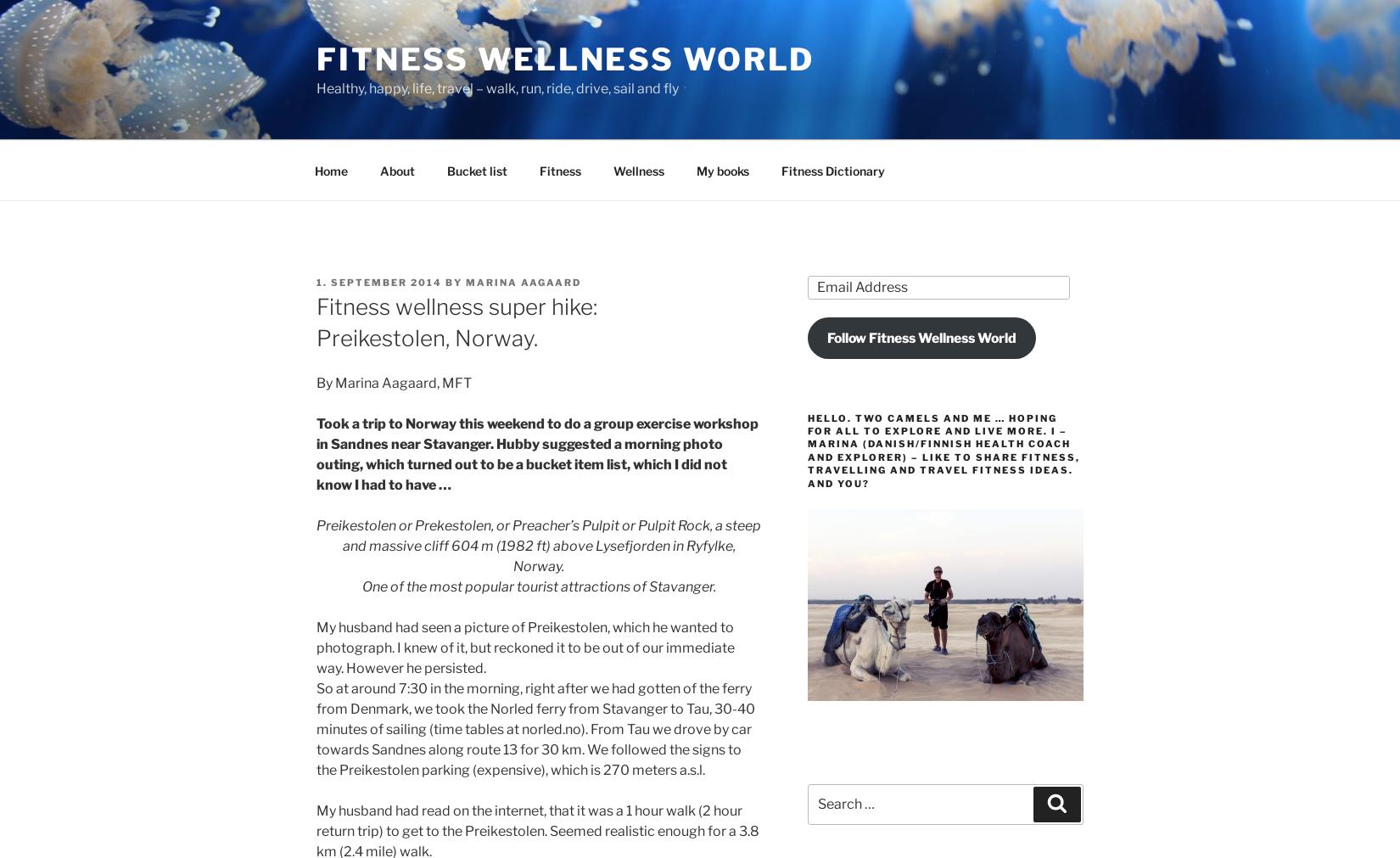 This screenshot has width=1400, height=858. What do you see at coordinates (637, 170) in the screenshot?
I see `'Wellness'` at bounding box center [637, 170].